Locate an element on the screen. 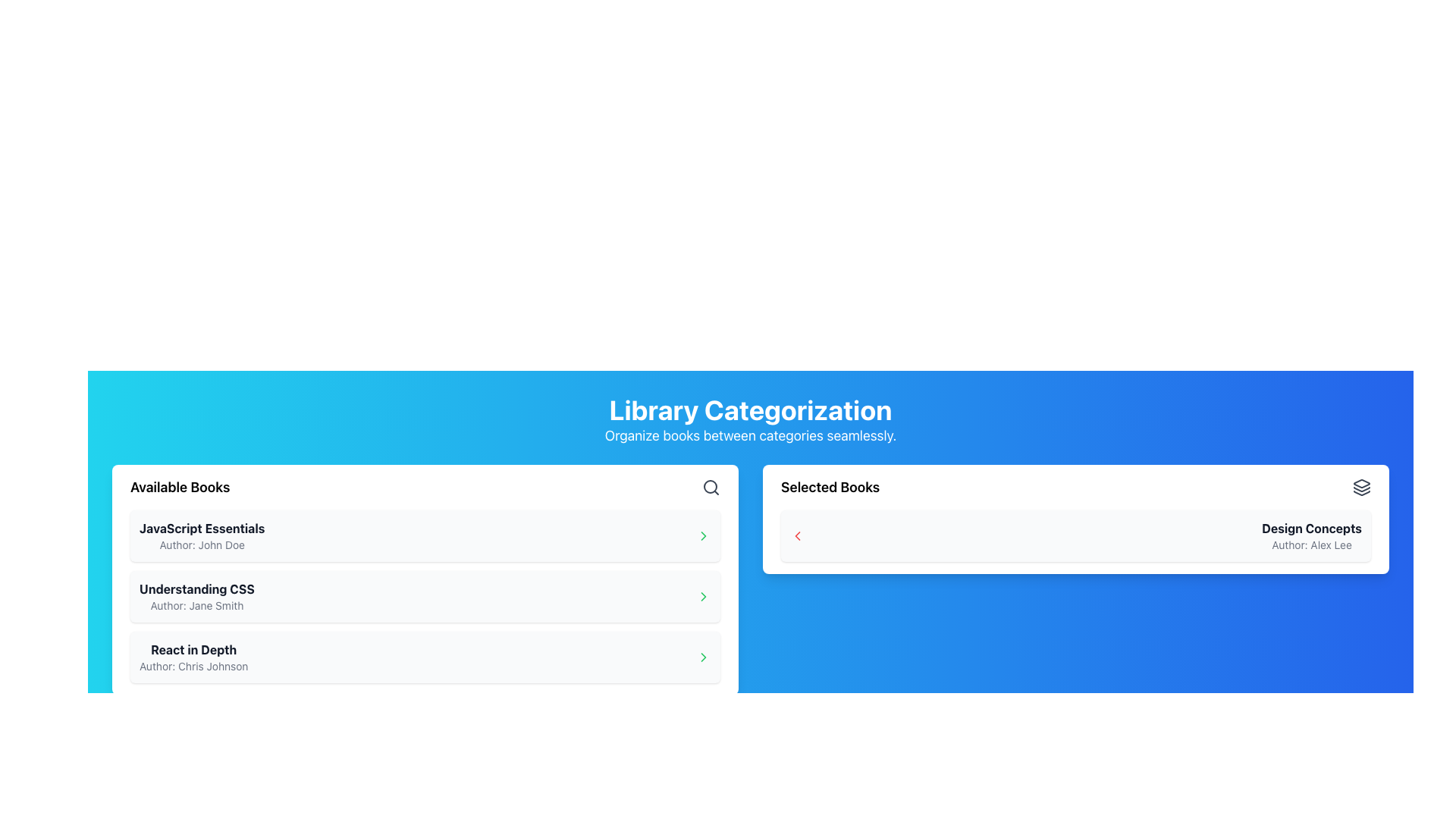 This screenshot has width=1456, height=819. text label that says 'Author: Chris Johnson', which is styled in gray and located below the bold title 'React in Depth' in the 'Available Books' section is located at coordinates (193, 666).